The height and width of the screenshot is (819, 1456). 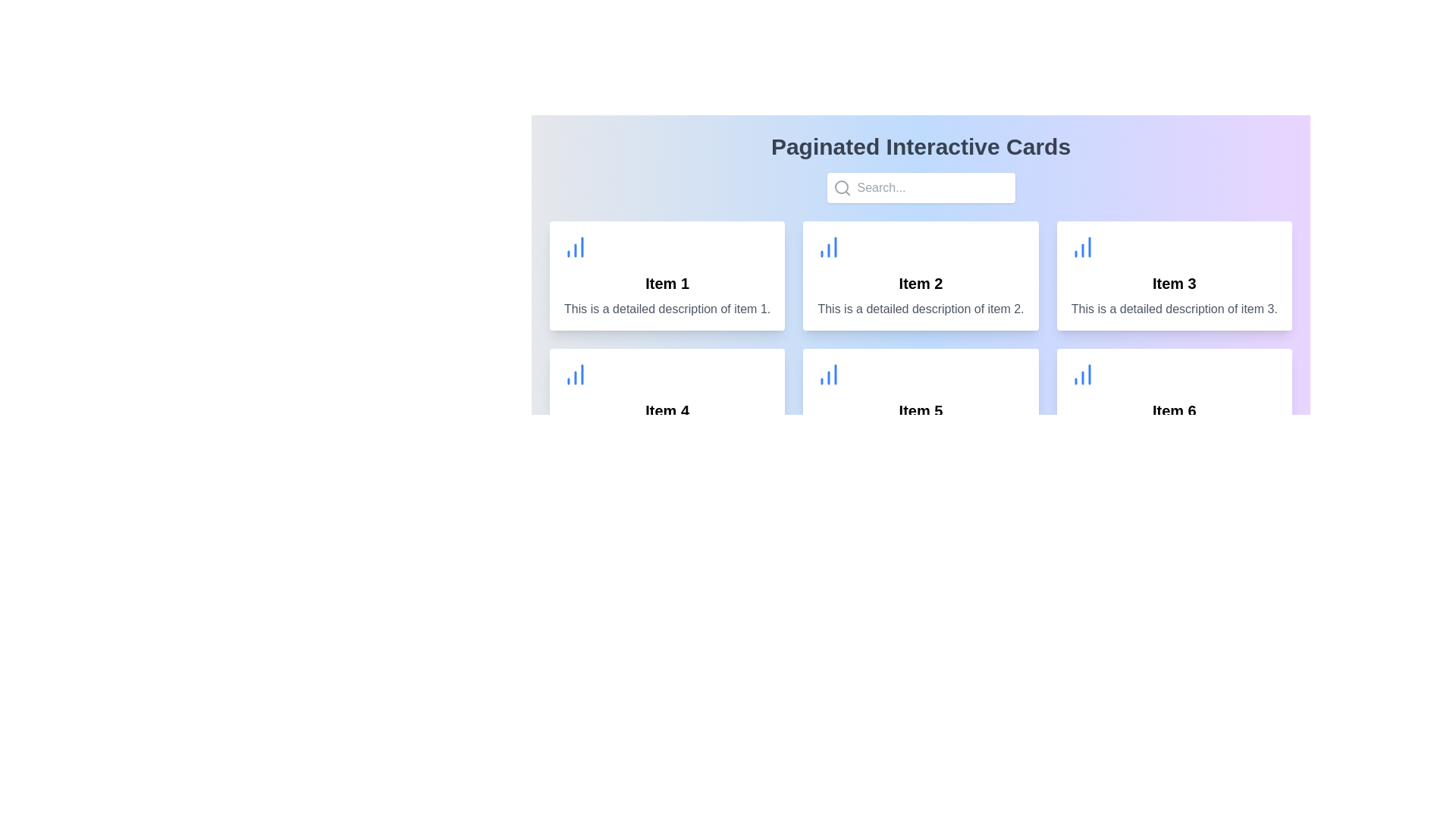 What do you see at coordinates (920, 403) in the screenshot?
I see `the Informational Card titled 'Item 5'` at bounding box center [920, 403].